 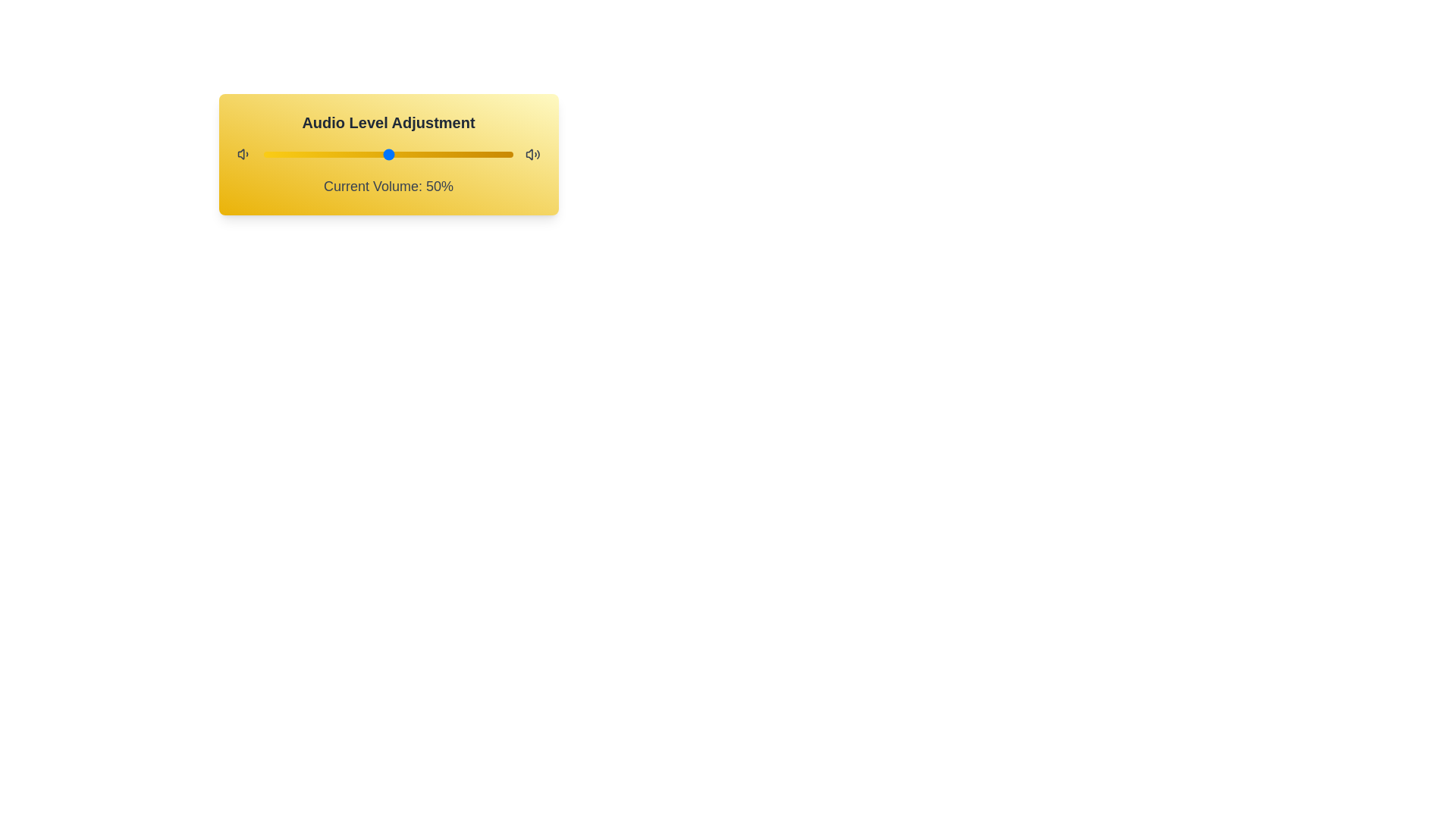 What do you see at coordinates (416, 155) in the screenshot?
I see `the volume level` at bounding box center [416, 155].